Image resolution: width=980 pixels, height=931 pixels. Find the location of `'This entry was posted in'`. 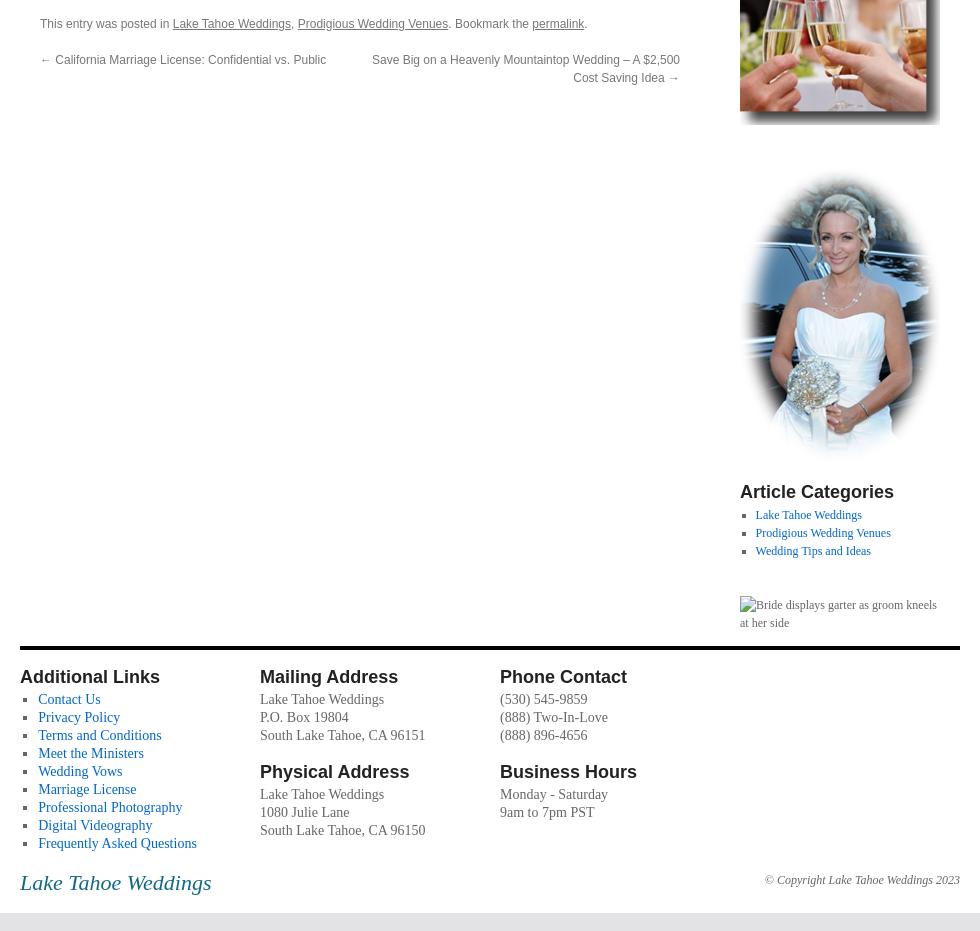

'This entry was posted in' is located at coordinates (106, 21).